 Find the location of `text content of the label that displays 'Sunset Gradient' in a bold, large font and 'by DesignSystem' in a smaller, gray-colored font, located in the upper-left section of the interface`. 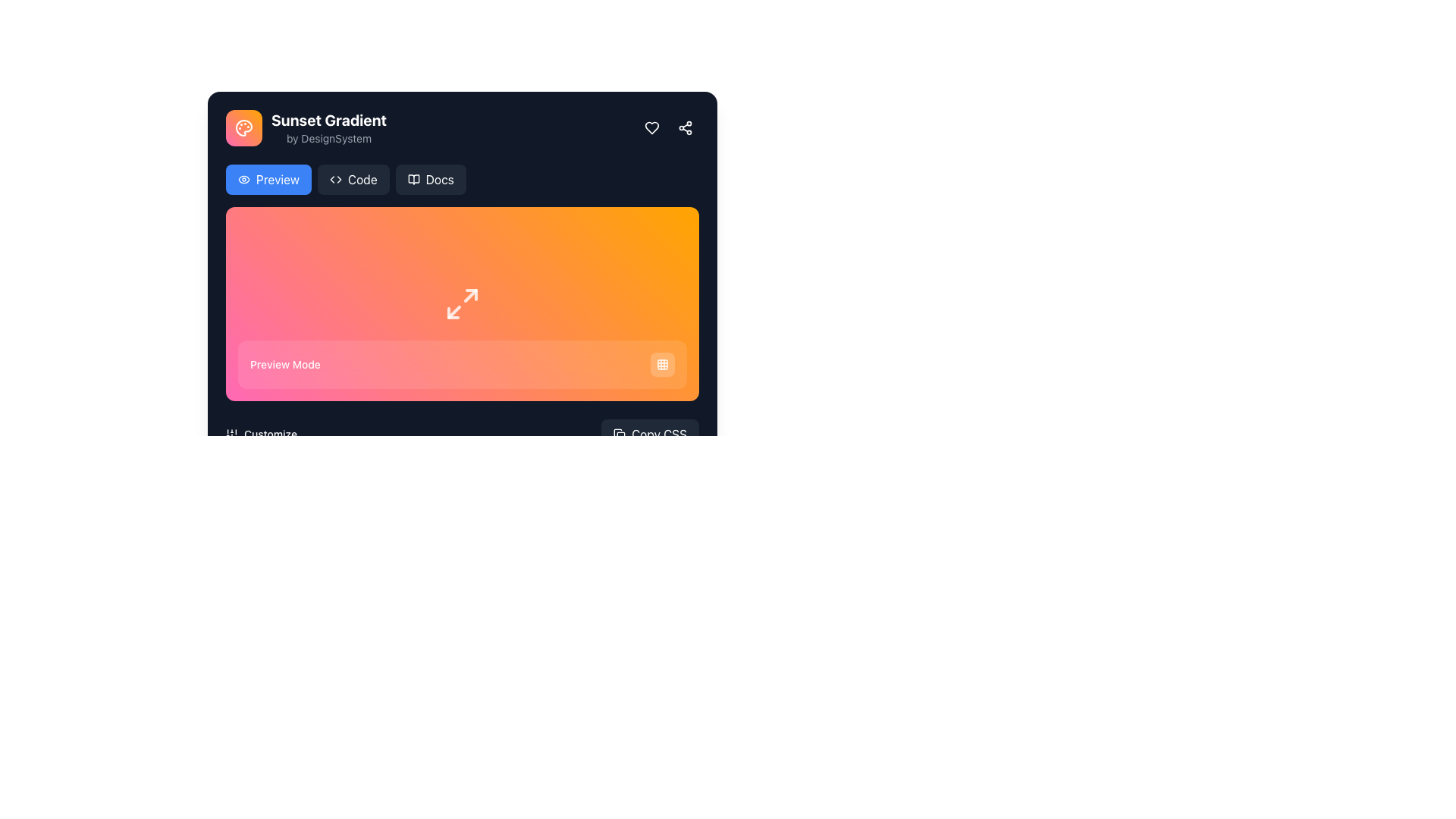

text content of the label that displays 'Sunset Gradient' in a bold, large font and 'by DesignSystem' in a smaller, gray-colored font, located in the upper-left section of the interface is located at coordinates (328, 127).